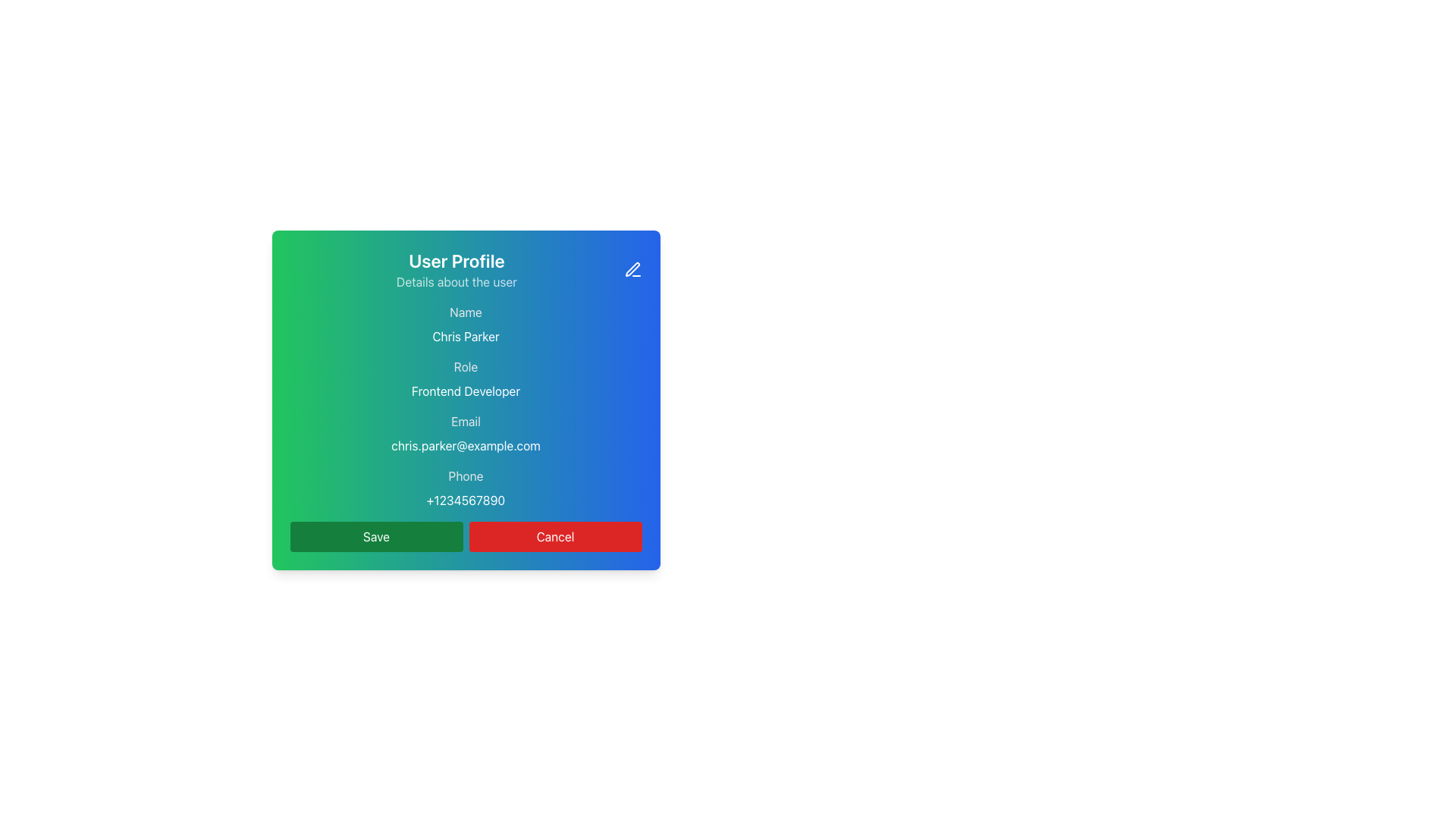 Image resolution: width=1456 pixels, height=819 pixels. What do you see at coordinates (465, 312) in the screenshot?
I see `the text label displaying 'Name' in light gray color, located near the top of the user profile modal, slightly below the title and subtitle, and near the left edge of the user name 'Chris Parker'` at bounding box center [465, 312].